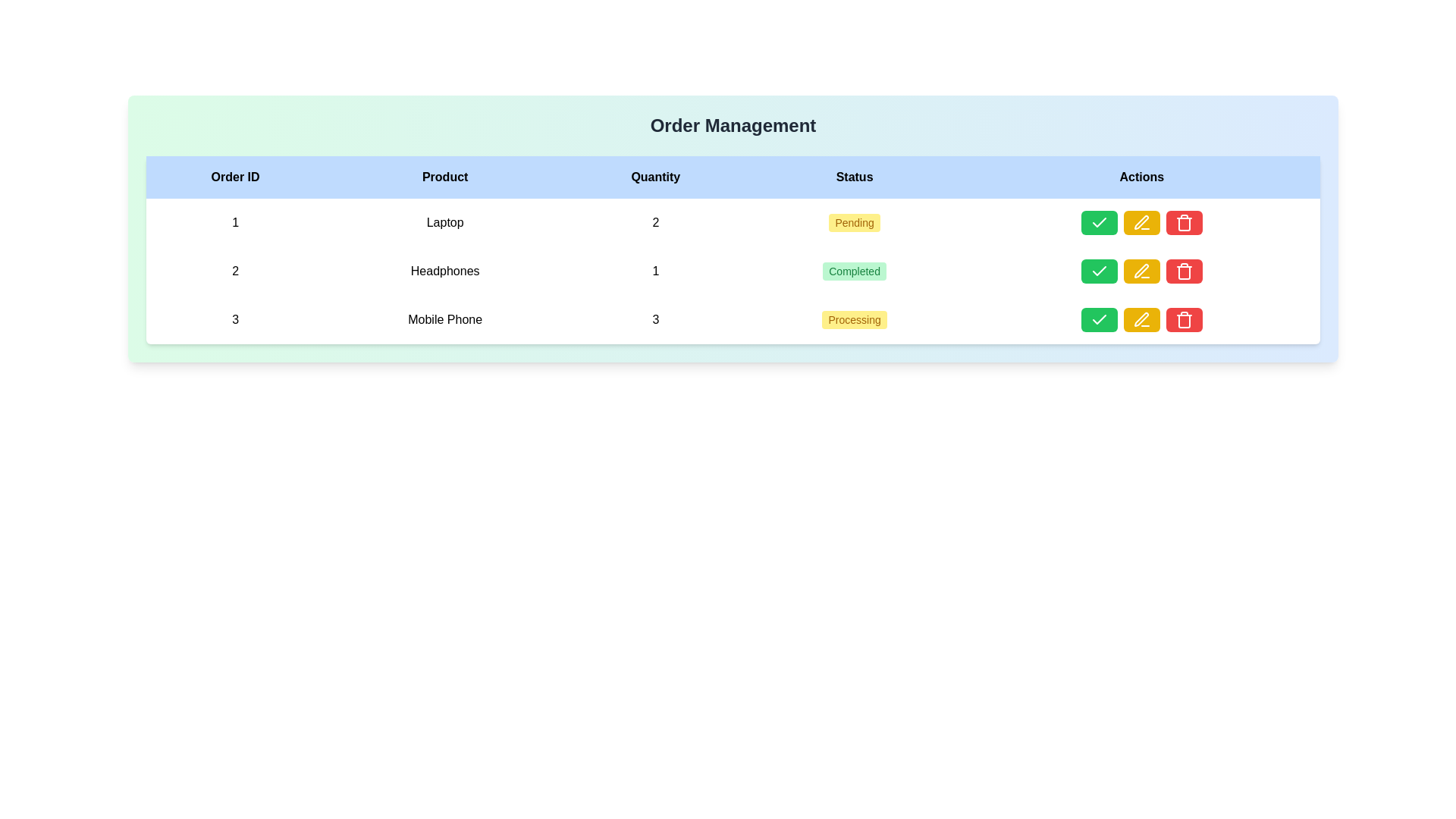 The image size is (1456, 819). Describe the element at coordinates (855, 318) in the screenshot. I see `the rectangular badge with rounded corners that has a yellow background and the text 'Processing', located in the third row under the 'Status' column between the 'Quantity' and 'Actions' columns` at that location.